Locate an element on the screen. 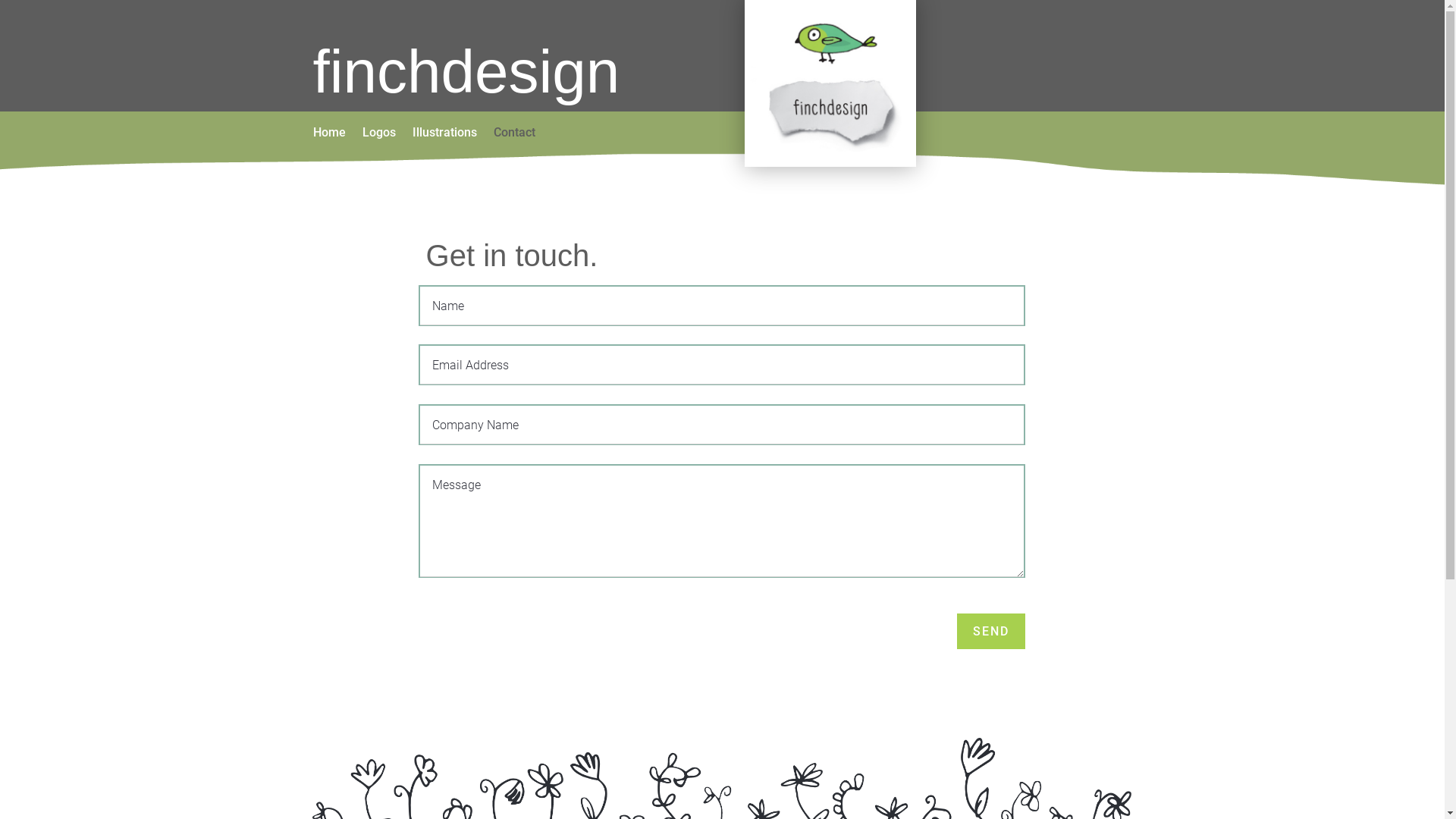 The height and width of the screenshot is (819, 1456). 'Home' is located at coordinates (328, 134).